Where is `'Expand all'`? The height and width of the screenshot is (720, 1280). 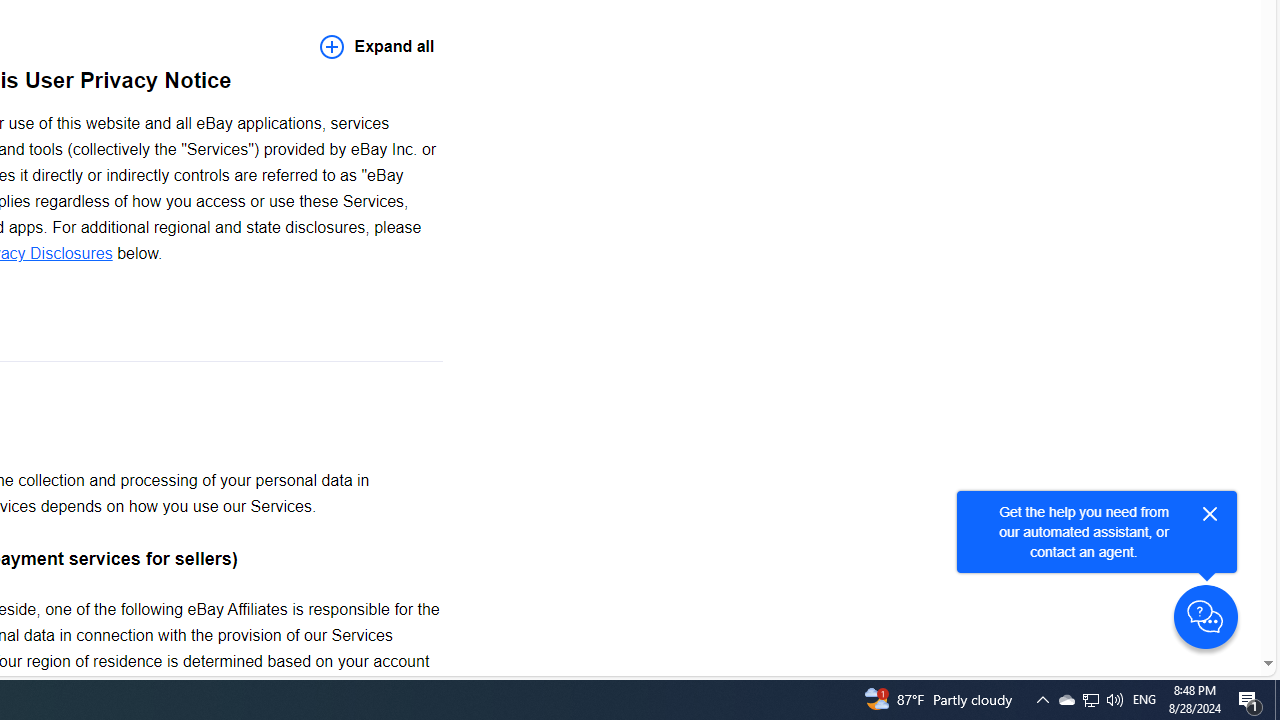
'Expand all' is located at coordinates (377, 45).